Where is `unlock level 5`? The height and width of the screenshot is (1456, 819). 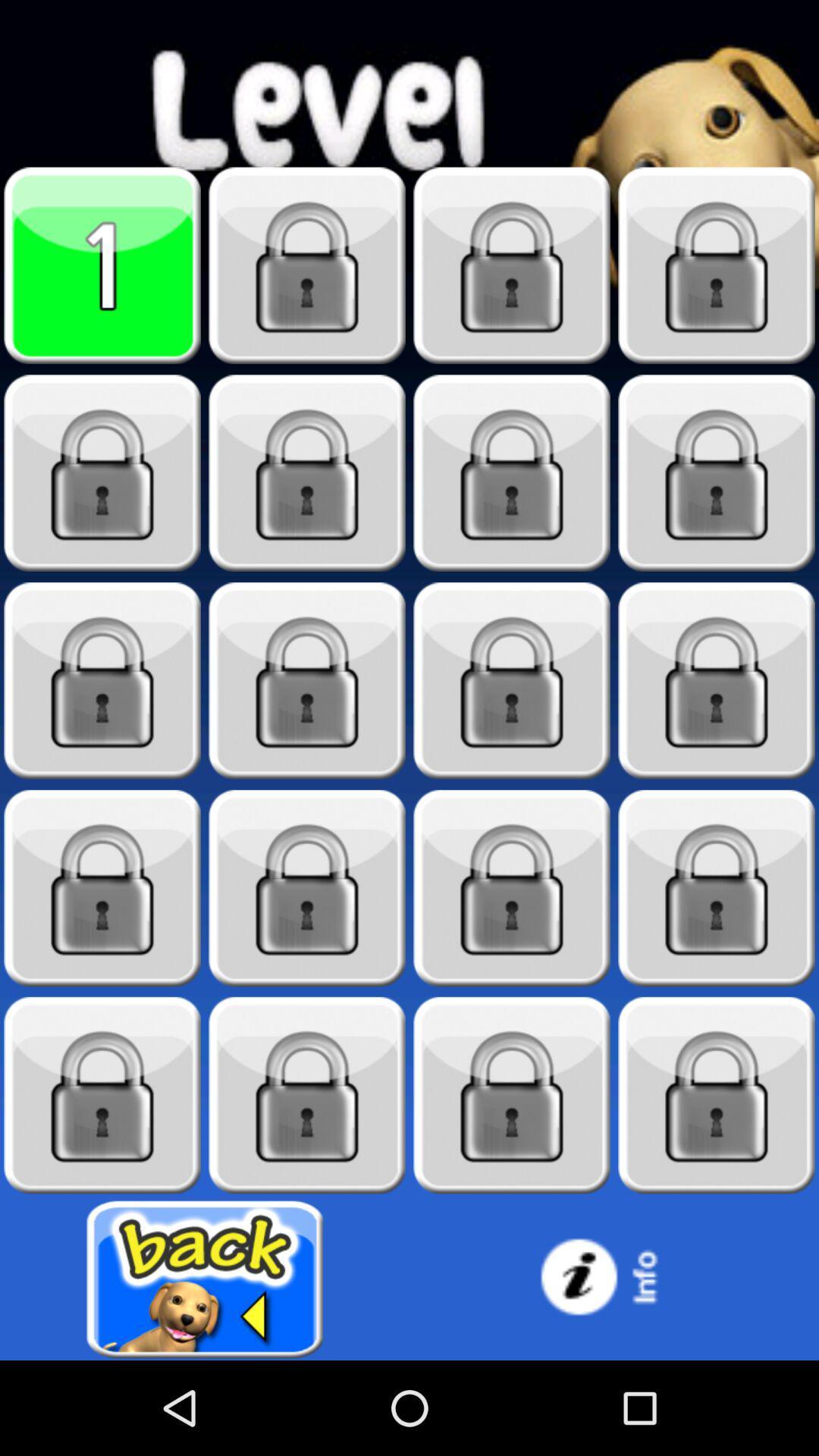
unlock level 5 is located at coordinates (102, 472).